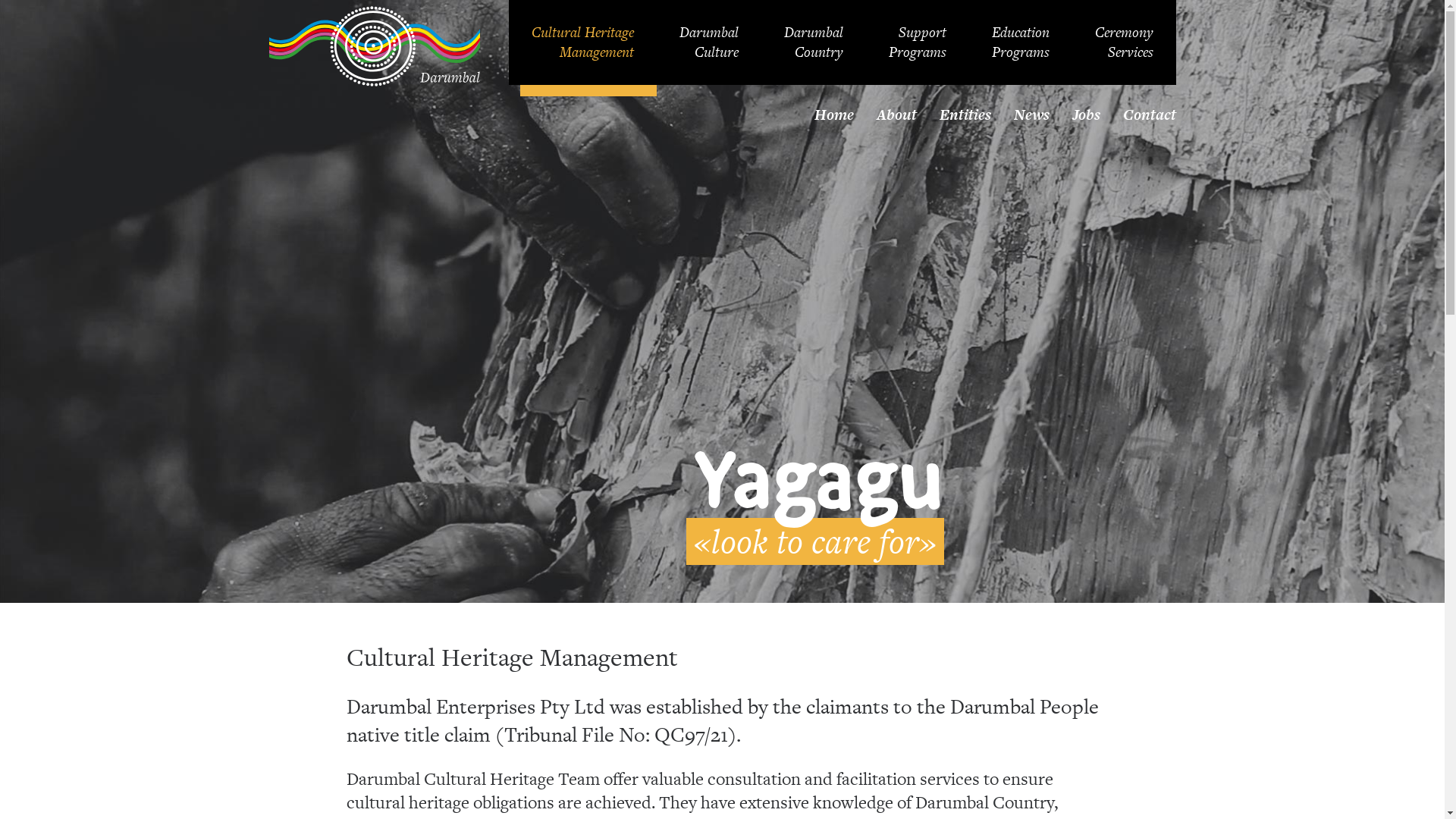  I want to click on 'Home', so click(833, 114).